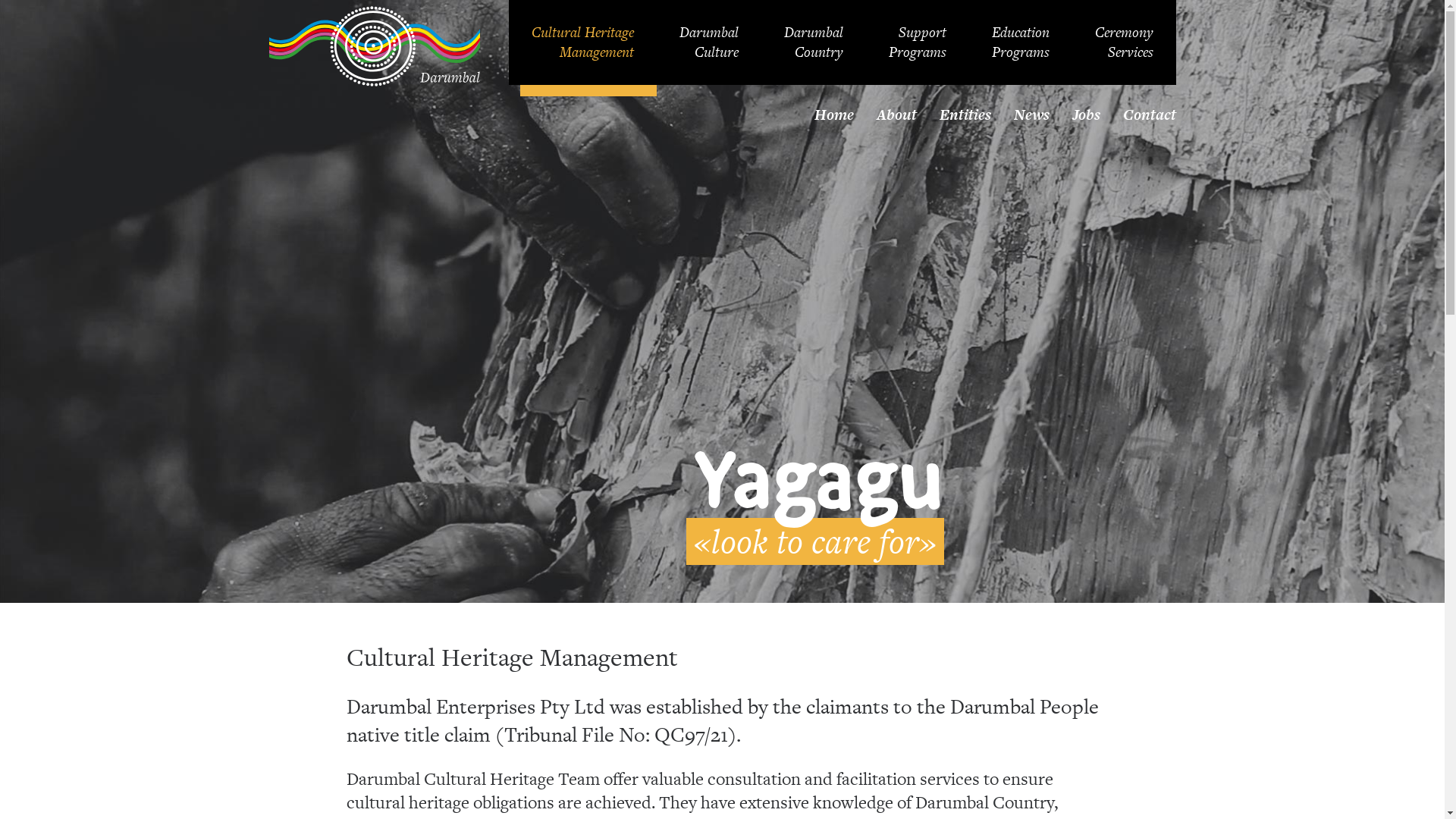  I want to click on 'Home', so click(833, 114).